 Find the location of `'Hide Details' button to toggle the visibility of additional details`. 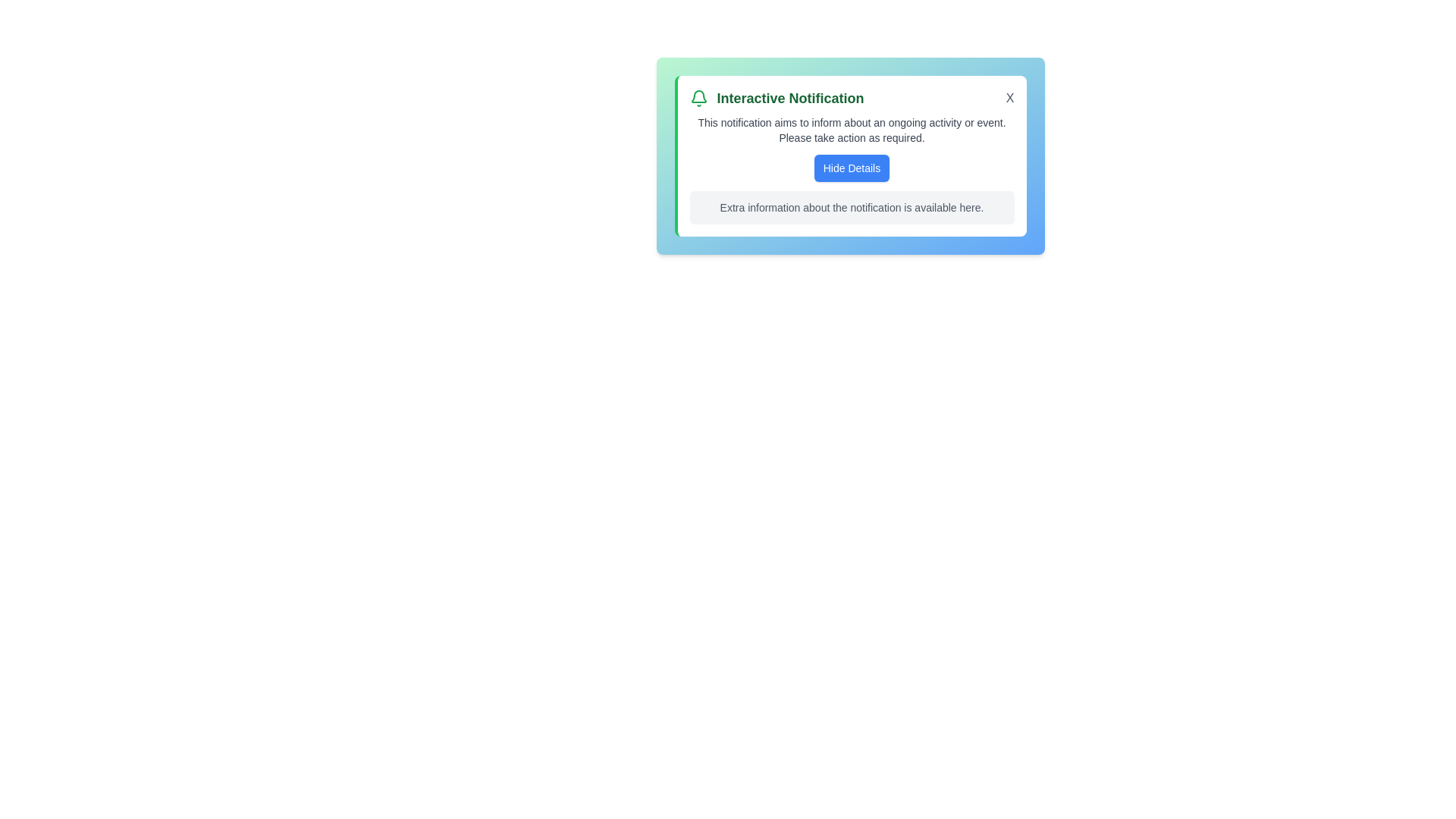

'Hide Details' button to toggle the visibility of additional details is located at coordinates (852, 168).